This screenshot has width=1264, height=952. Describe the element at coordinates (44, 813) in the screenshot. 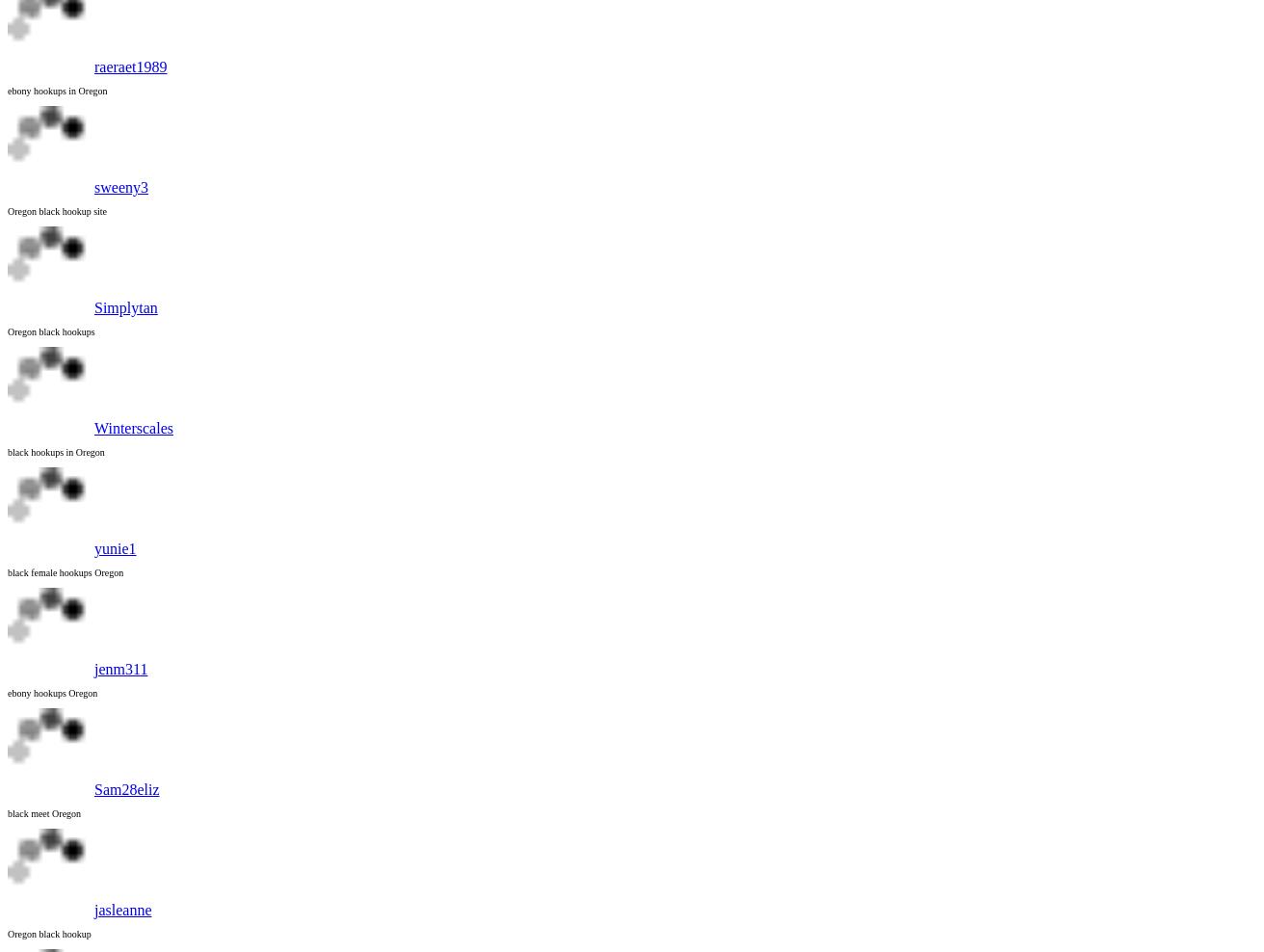

I see `'black meet Oregon'` at that location.